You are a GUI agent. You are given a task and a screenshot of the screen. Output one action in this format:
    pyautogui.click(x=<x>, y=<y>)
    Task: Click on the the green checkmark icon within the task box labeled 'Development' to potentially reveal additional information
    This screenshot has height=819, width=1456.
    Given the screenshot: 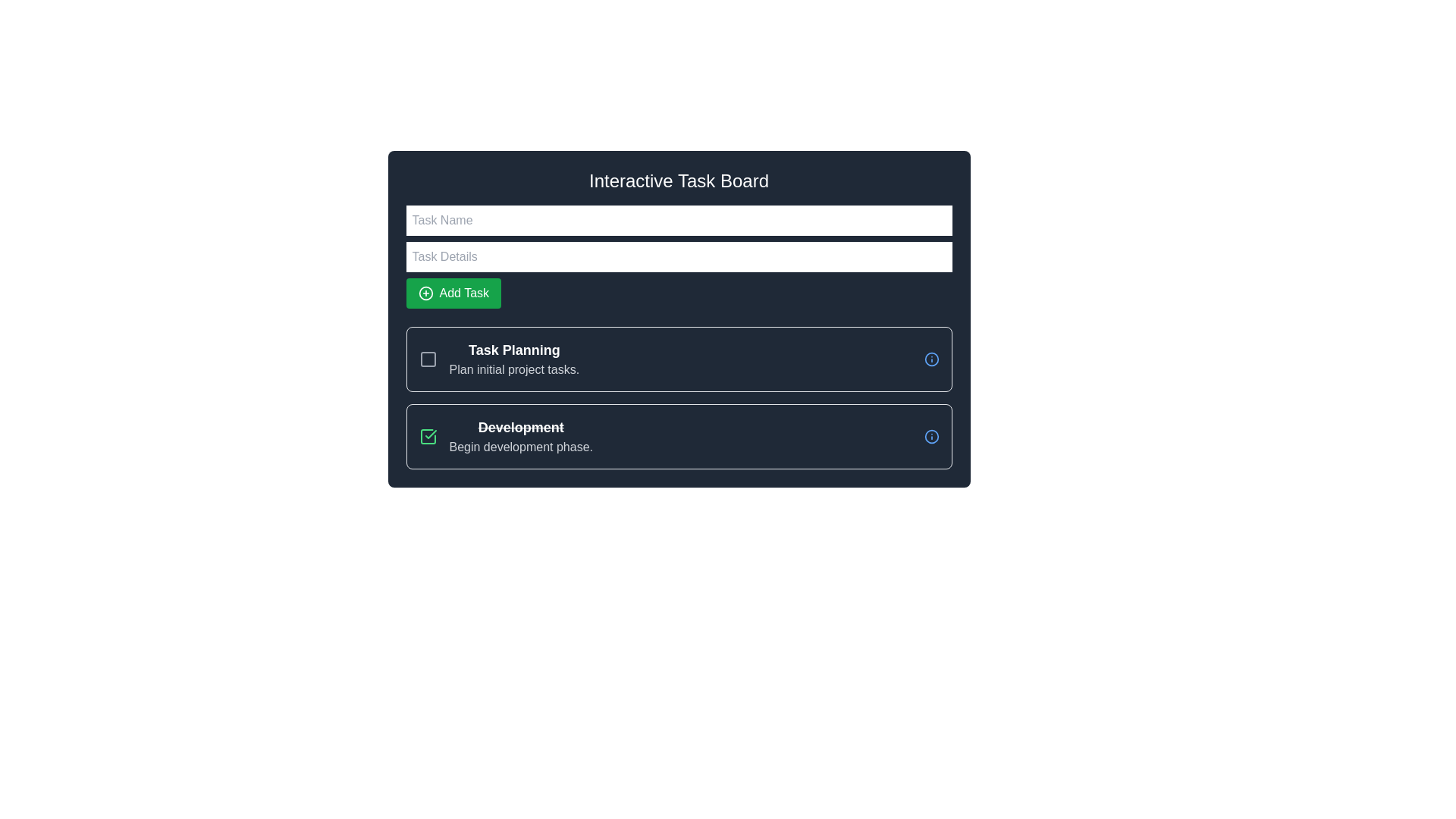 What is the action you would take?
    pyautogui.click(x=427, y=436)
    